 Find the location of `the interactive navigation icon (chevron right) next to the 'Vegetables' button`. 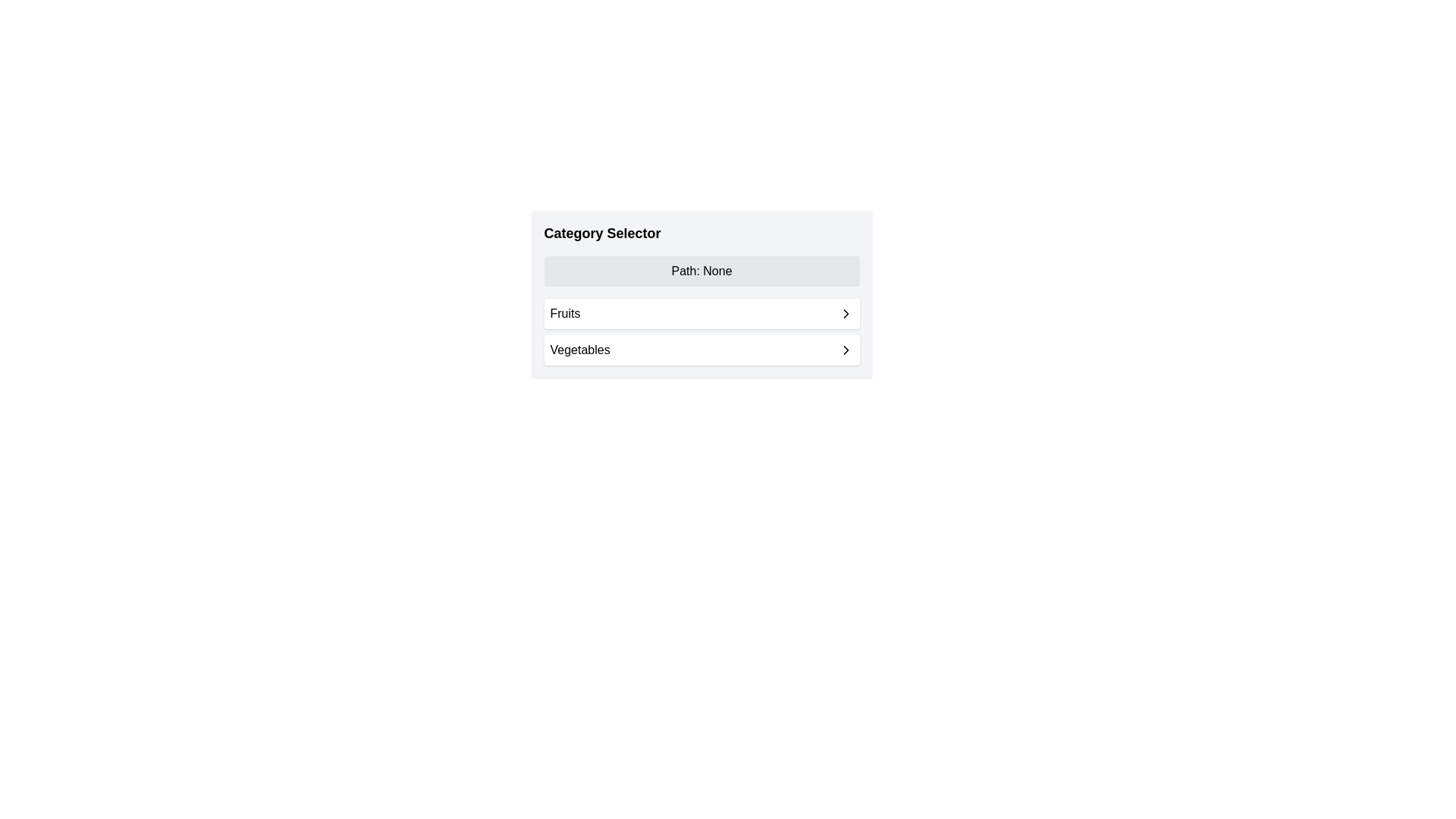

the interactive navigation icon (chevron right) next to the 'Vegetables' button is located at coordinates (845, 350).